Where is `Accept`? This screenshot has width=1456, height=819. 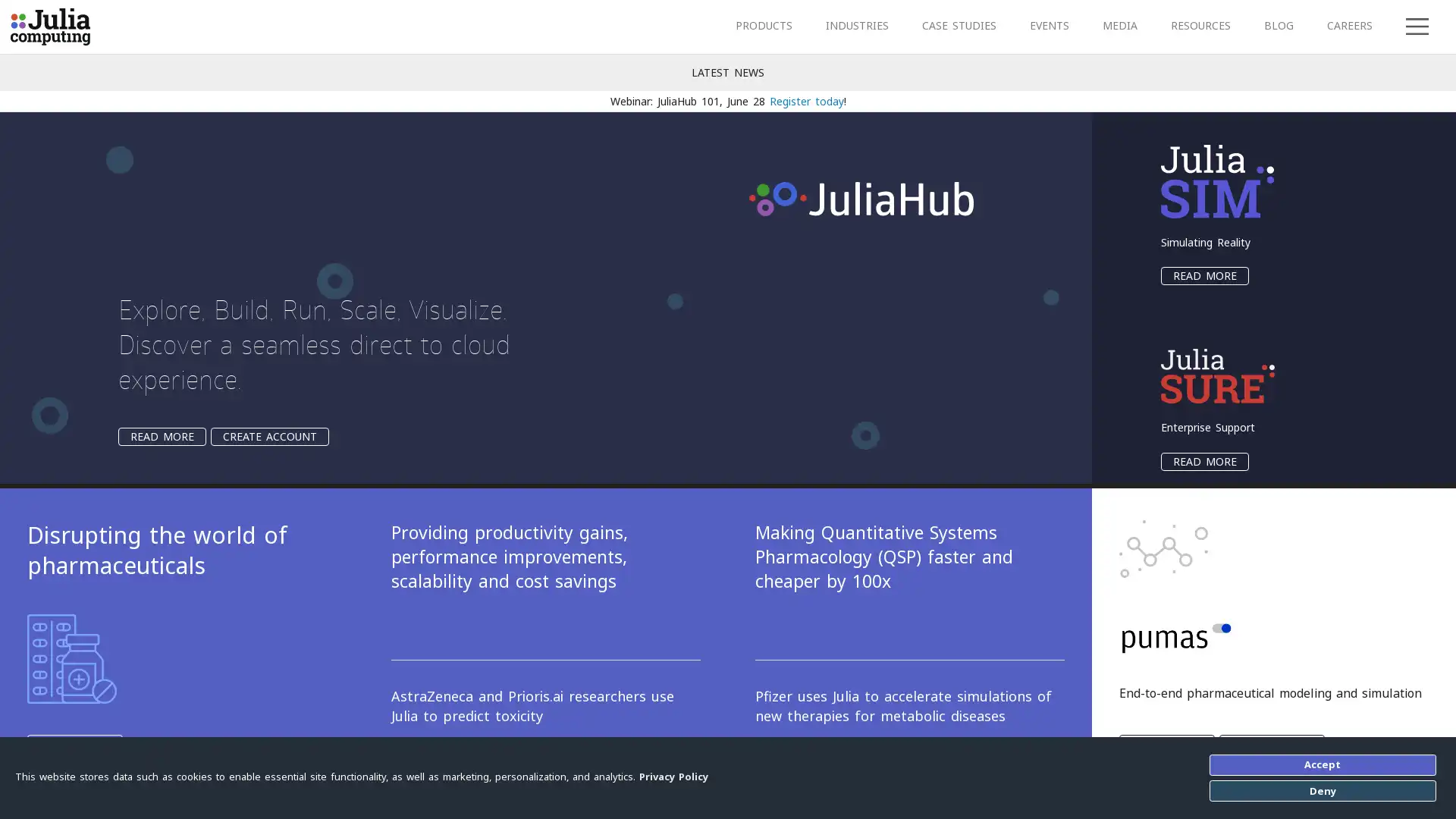
Accept is located at coordinates (1321, 764).